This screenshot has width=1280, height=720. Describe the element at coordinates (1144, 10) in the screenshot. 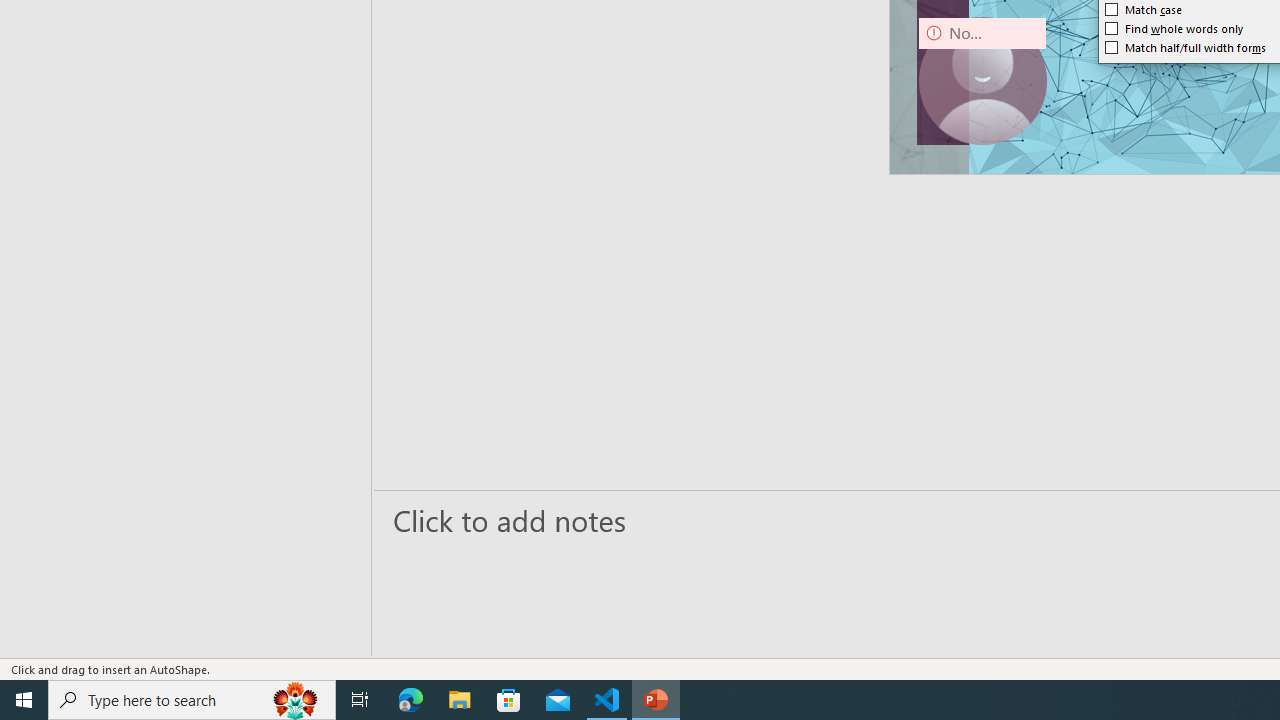

I see `'Match case'` at that location.